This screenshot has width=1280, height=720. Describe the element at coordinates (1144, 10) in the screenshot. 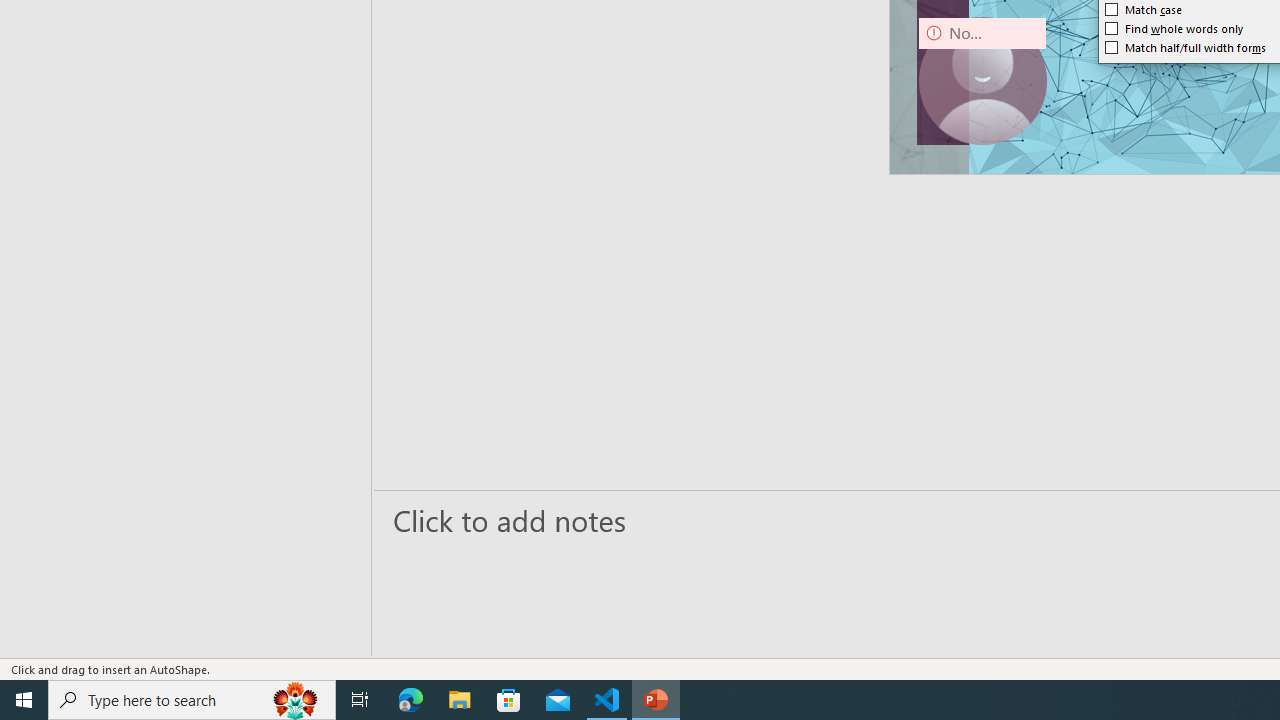

I see `'Match case'` at that location.